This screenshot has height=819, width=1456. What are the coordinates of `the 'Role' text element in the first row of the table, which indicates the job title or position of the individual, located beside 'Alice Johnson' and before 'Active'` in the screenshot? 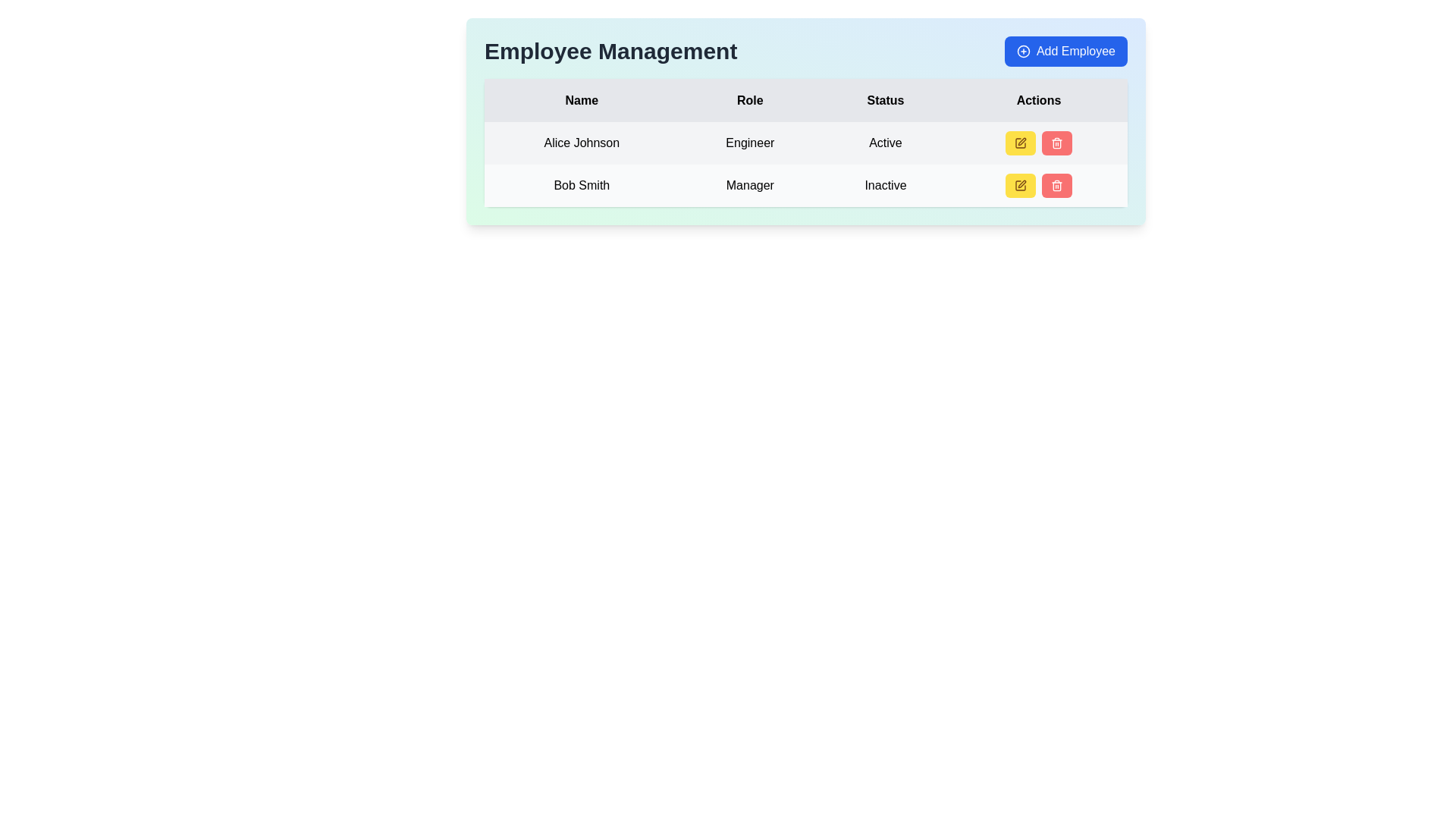 It's located at (750, 143).